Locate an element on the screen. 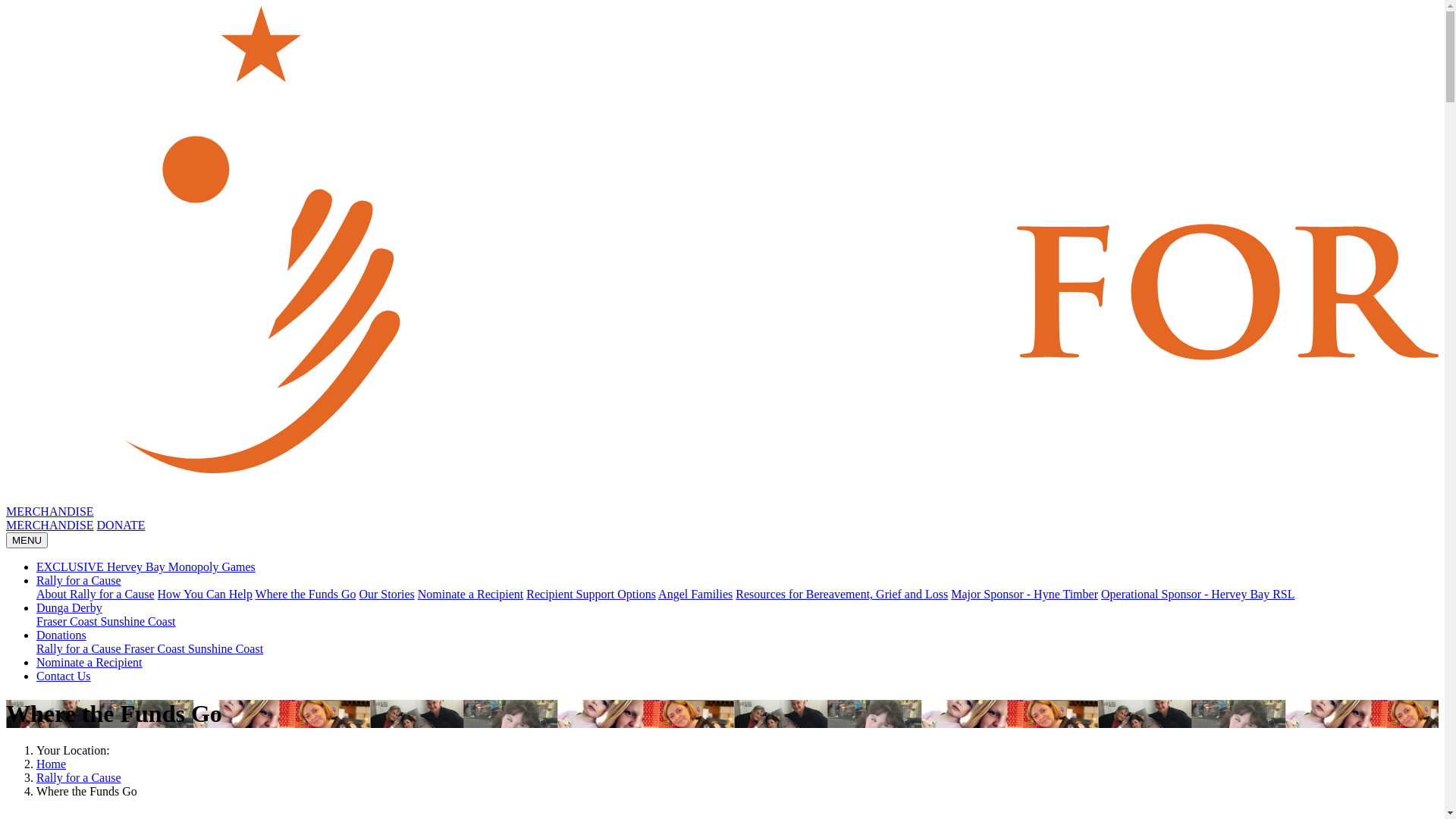 Image resolution: width=1456 pixels, height=819 pixels. 'MERCHANDISE' is located at coordinates (50, 524).